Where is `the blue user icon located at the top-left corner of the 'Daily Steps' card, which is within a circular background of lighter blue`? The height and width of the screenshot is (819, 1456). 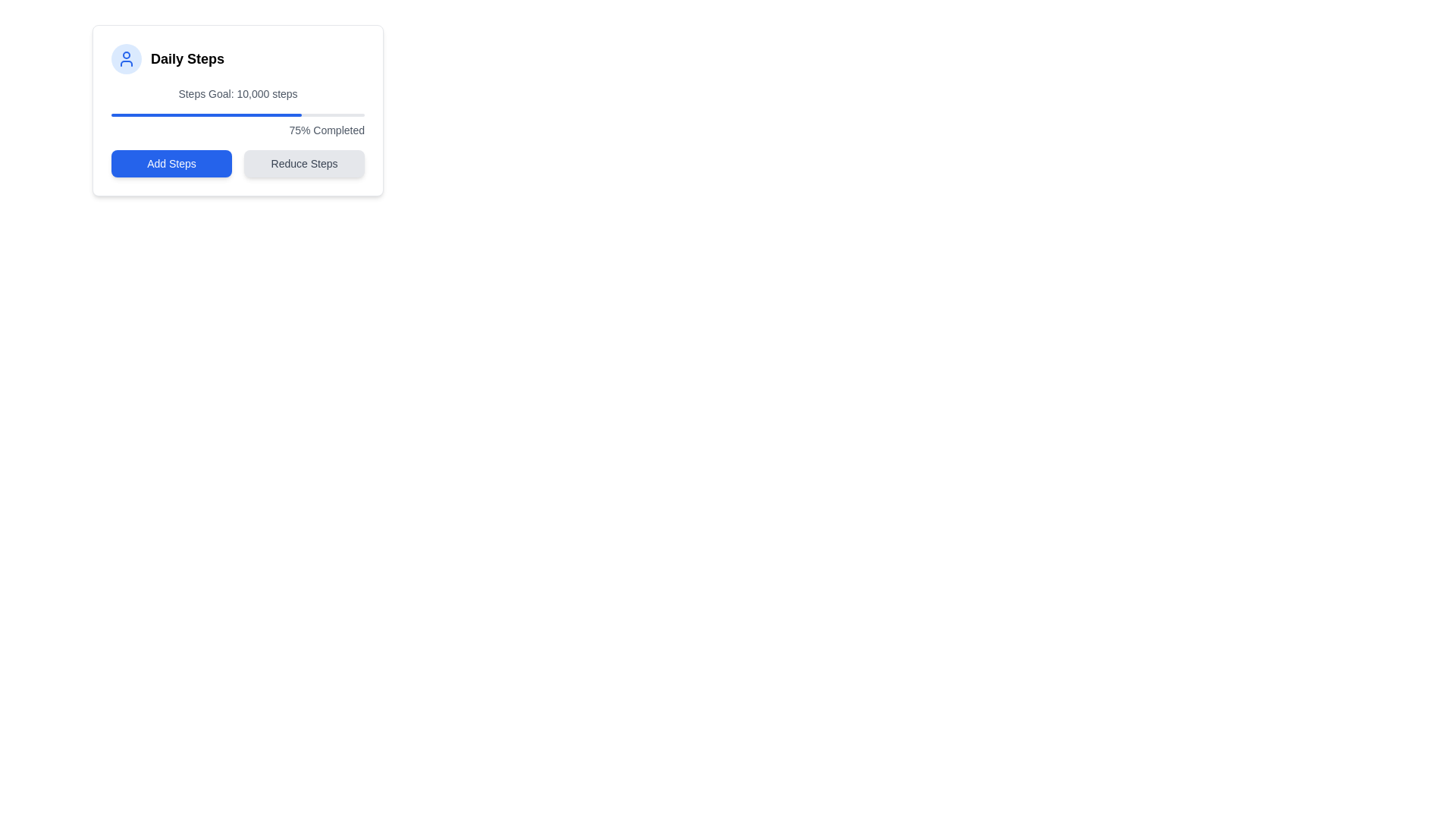 the blue user icon located at the top-left corner of the 'Daily Steps' card, which is within a circular background of lighter blue is located at coordinates (127, 58).